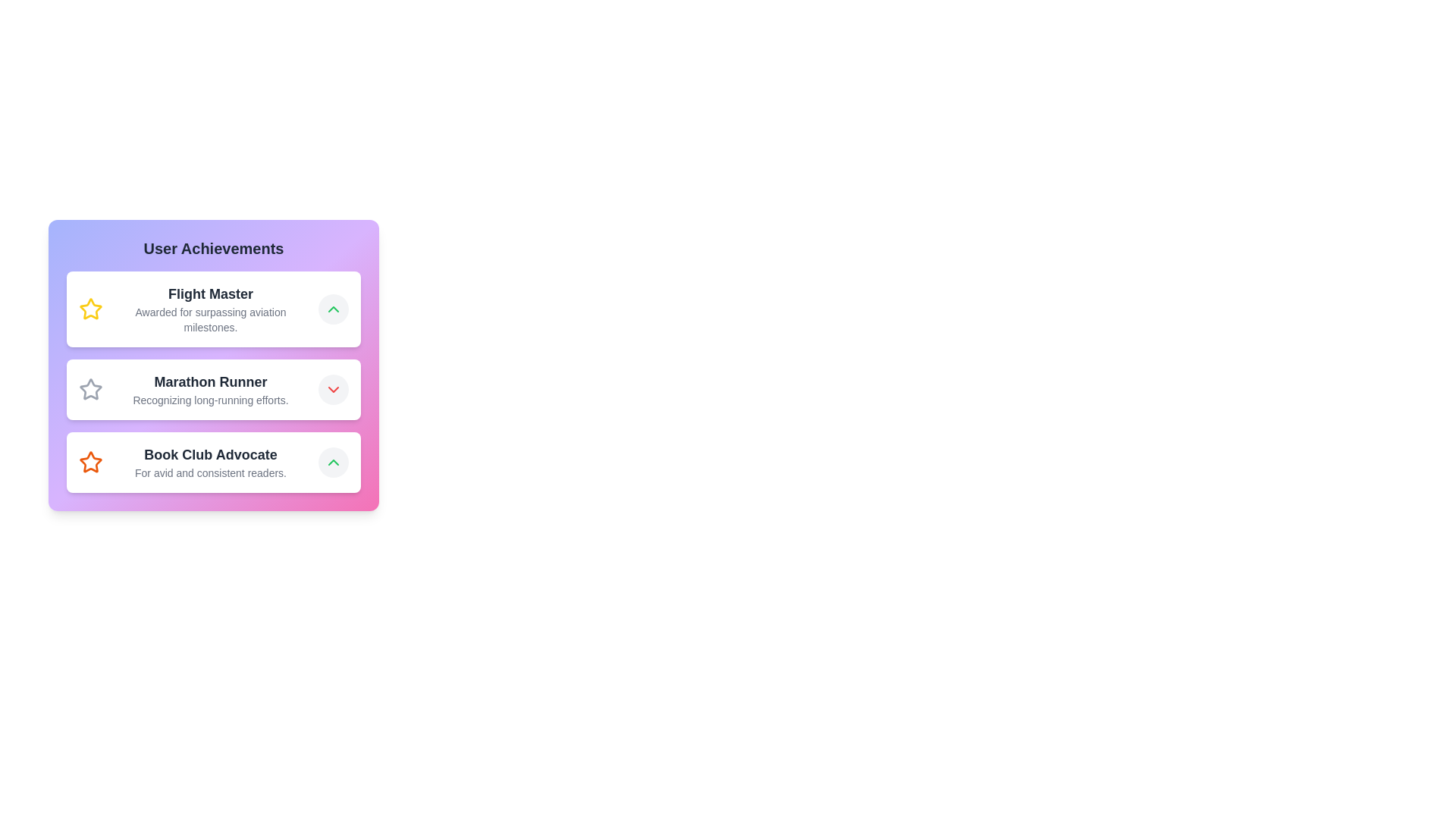 The image size is (1456, 819). I want to click on the descriptive text located directly below the title 'Book Club Advocate' within the third card from the top in the 'User Achievements' section, so click(210, 472).